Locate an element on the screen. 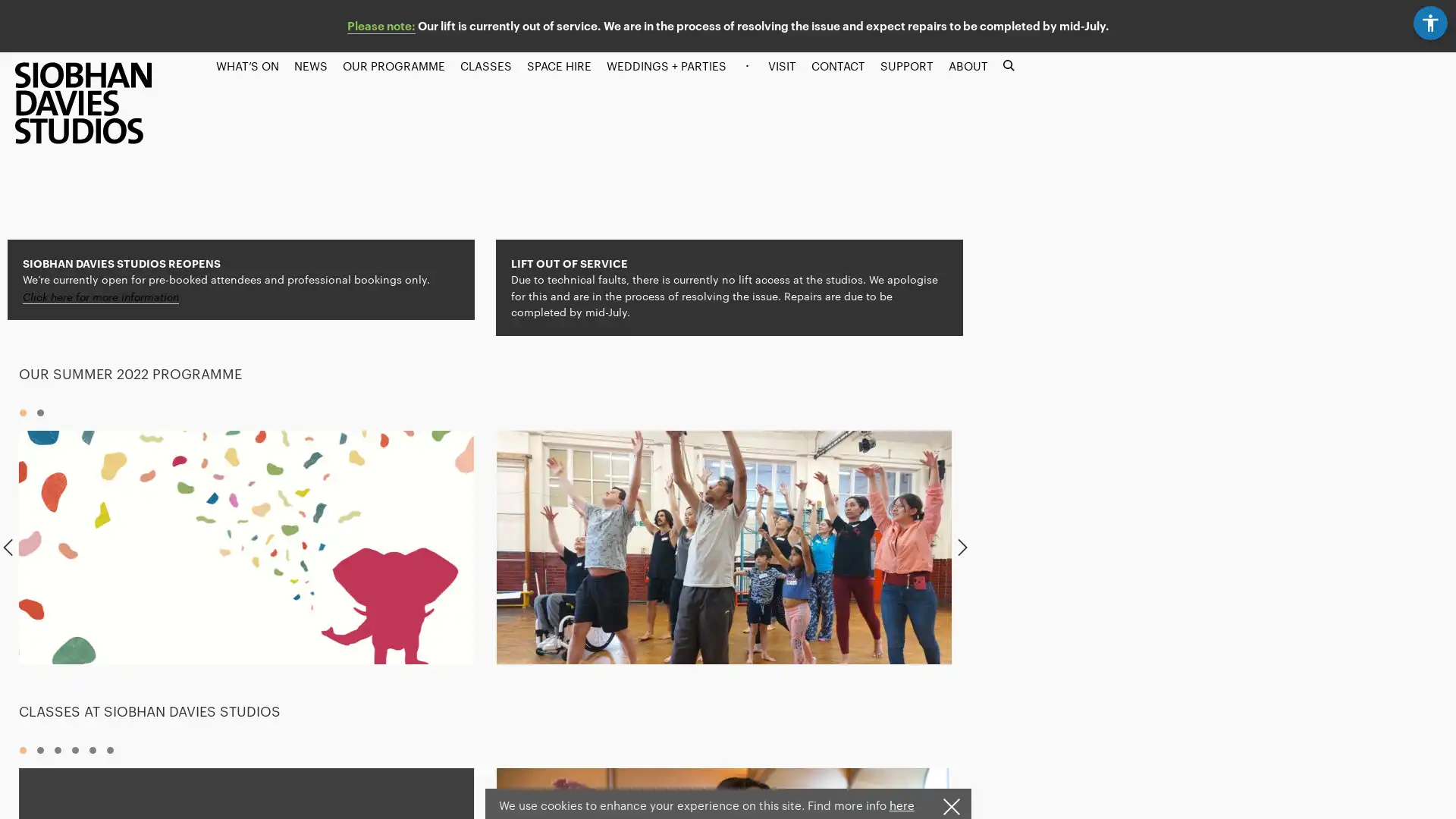 The height and width of the screenshot is (819, 1456). Accessibility settings is located at coordinates (1432, 18).